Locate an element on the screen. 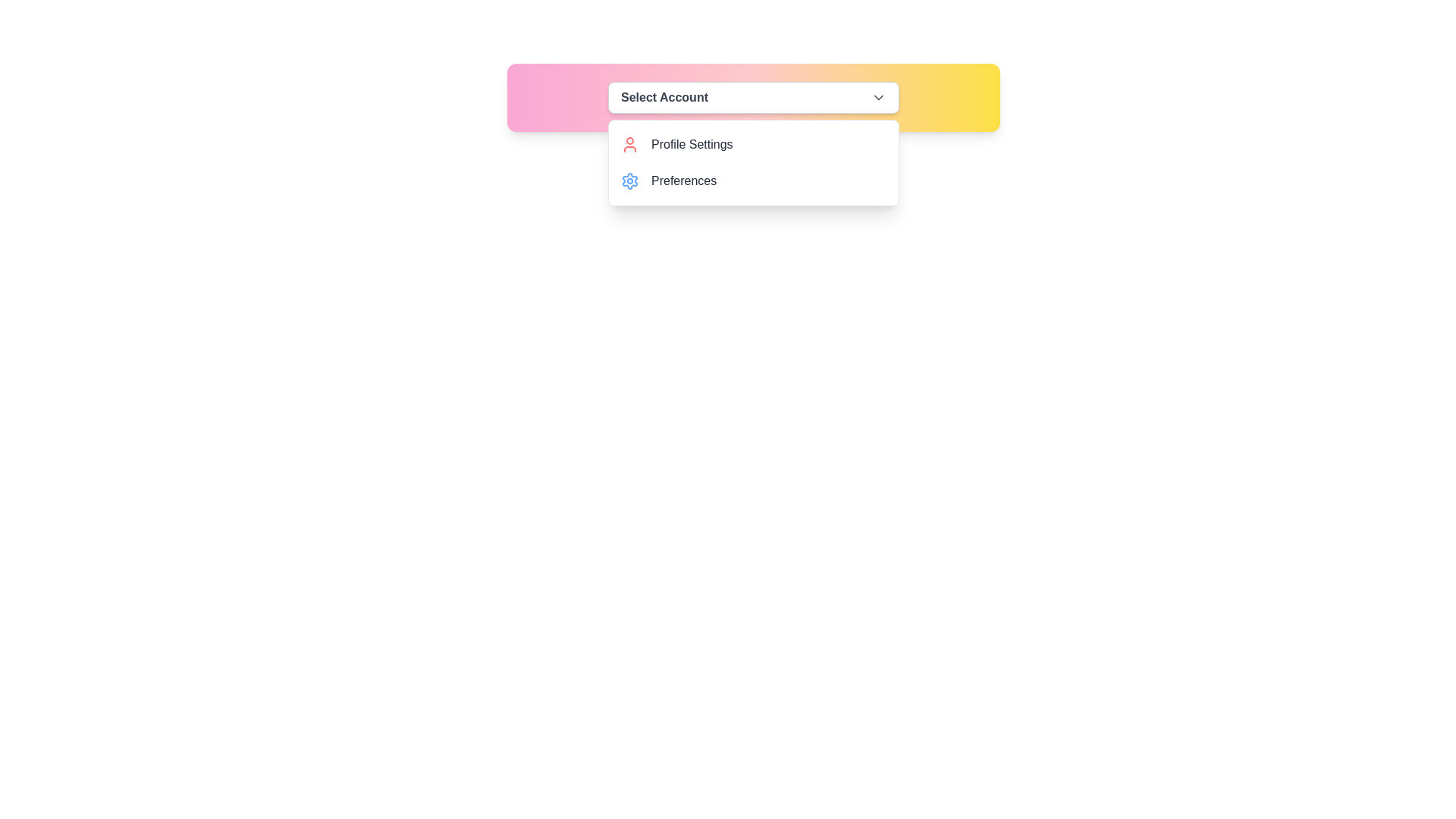 Image resolution: width=1456 pixels, height=819 pixels. the first menu option in the dropdown list below the 'Select Account' button is located at coordinates (753, 145).